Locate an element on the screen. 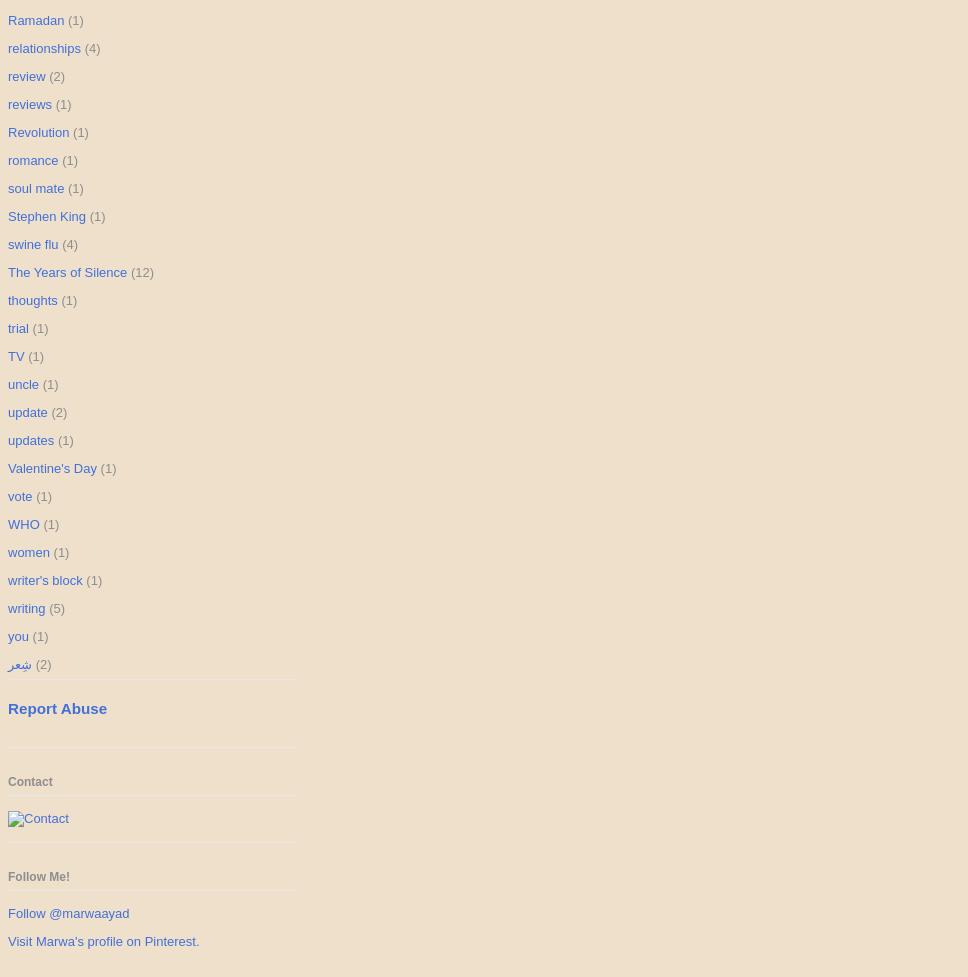 The image size is (968, 977). 'thoughts' is located at coordinates (8, 299).